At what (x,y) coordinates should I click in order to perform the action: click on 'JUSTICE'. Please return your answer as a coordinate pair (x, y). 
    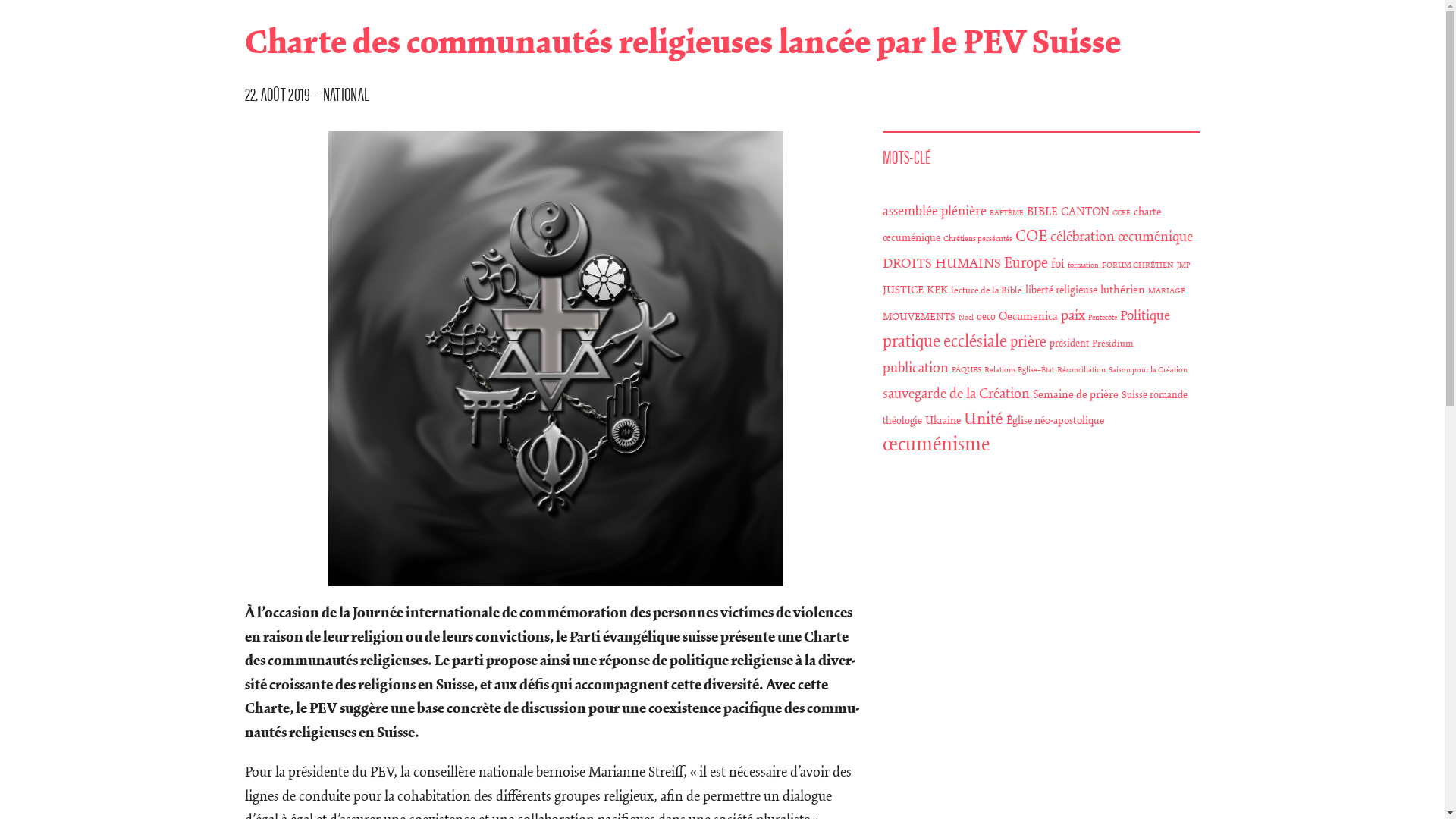
    Looking at the image, I should click on (902, 290).